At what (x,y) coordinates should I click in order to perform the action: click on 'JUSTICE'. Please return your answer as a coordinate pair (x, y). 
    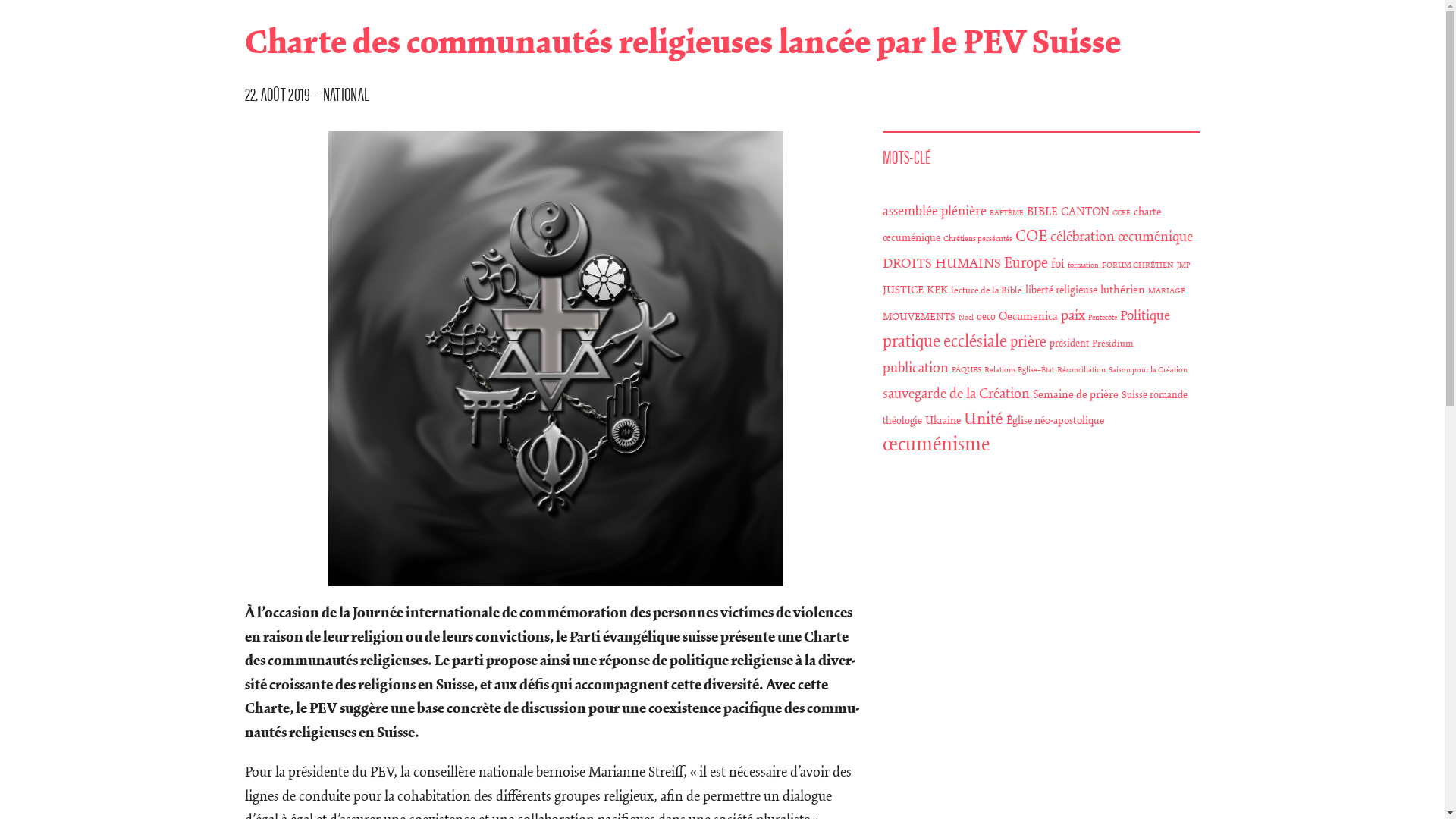
    Looking at the image, I should click on (902, 290).